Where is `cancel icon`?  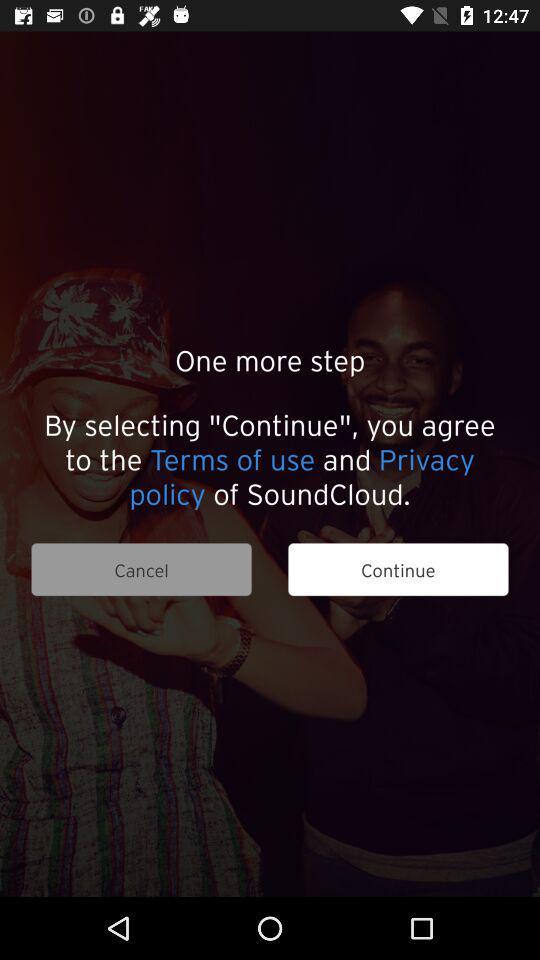 cancel icon is located at coordinates (140, 569).